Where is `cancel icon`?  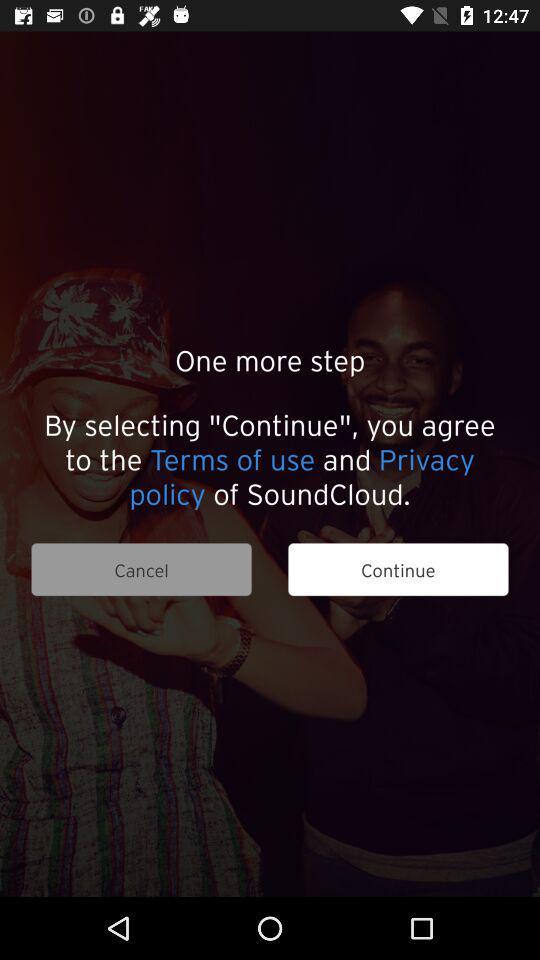 cancel icon is located at coordinates (140, 569).